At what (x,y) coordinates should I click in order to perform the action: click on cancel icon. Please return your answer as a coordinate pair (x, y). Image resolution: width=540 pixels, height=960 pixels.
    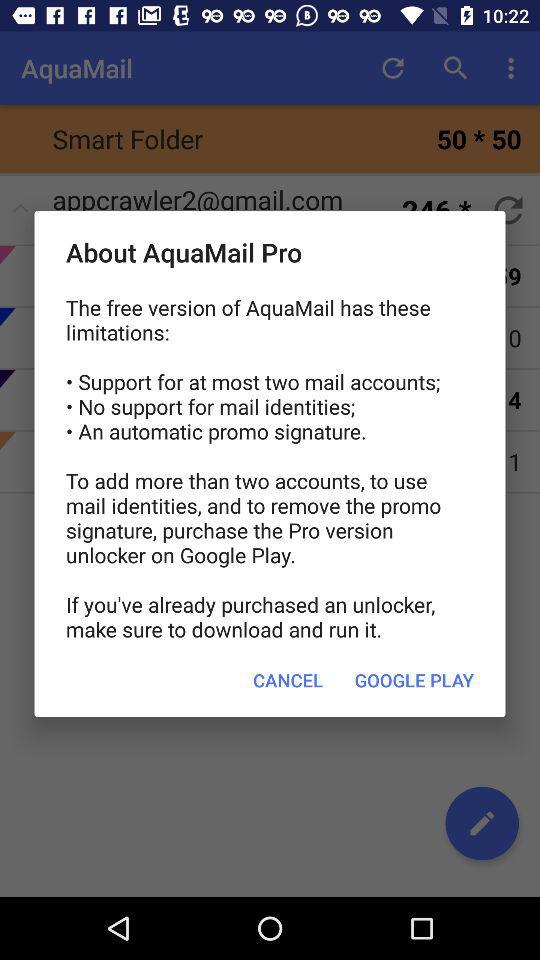
    Looking at the image, I should click on (287, 680).